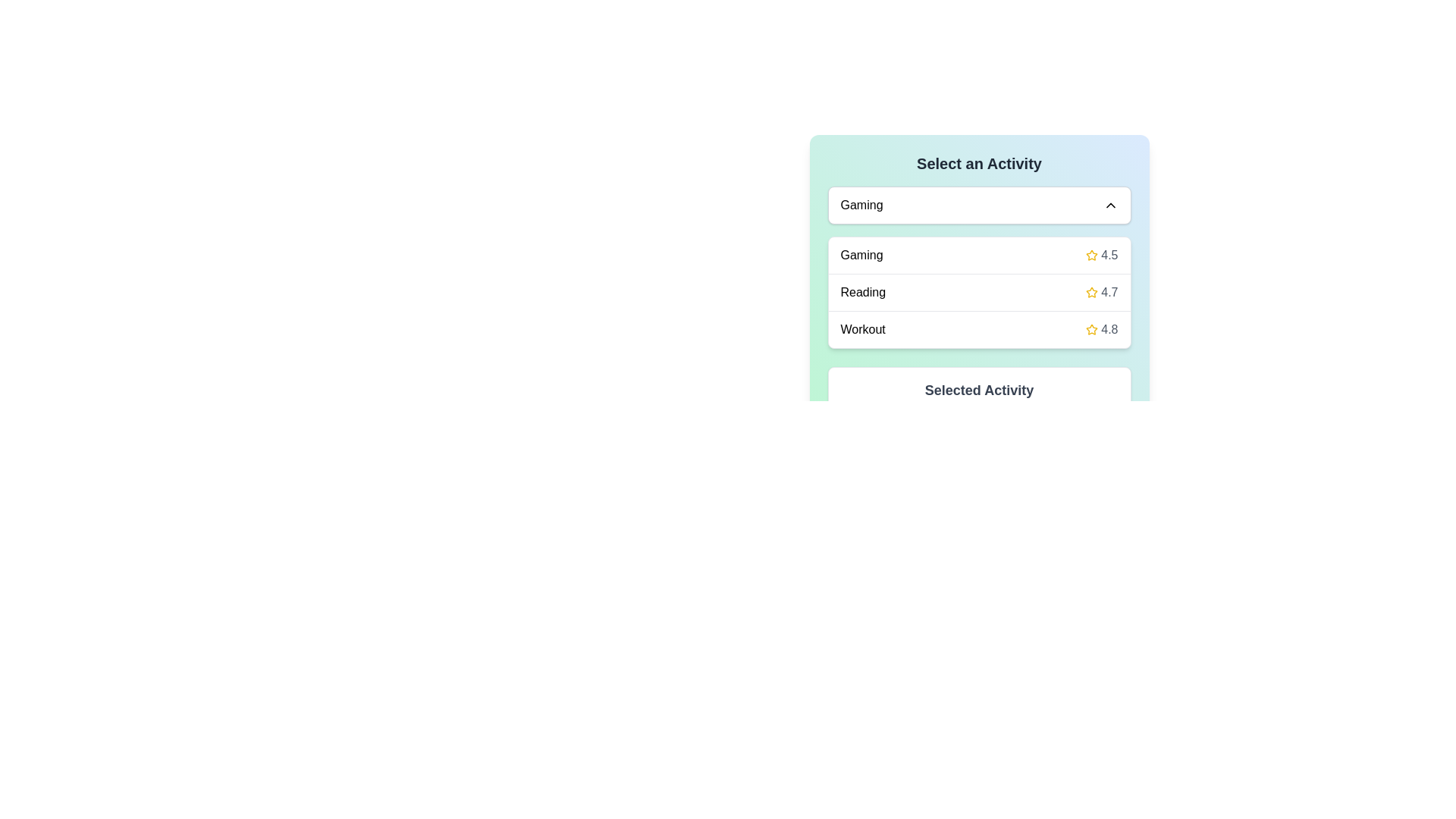 This screenshot has height=819, width=1456. What do you see at coordinates (1102, 292) in the screenshot?
I see `the text label displaying '4.7', which is gray in color and located next to a yellow star icon, within the 'Reading' activity list item` at bounding box center [1102, 292].